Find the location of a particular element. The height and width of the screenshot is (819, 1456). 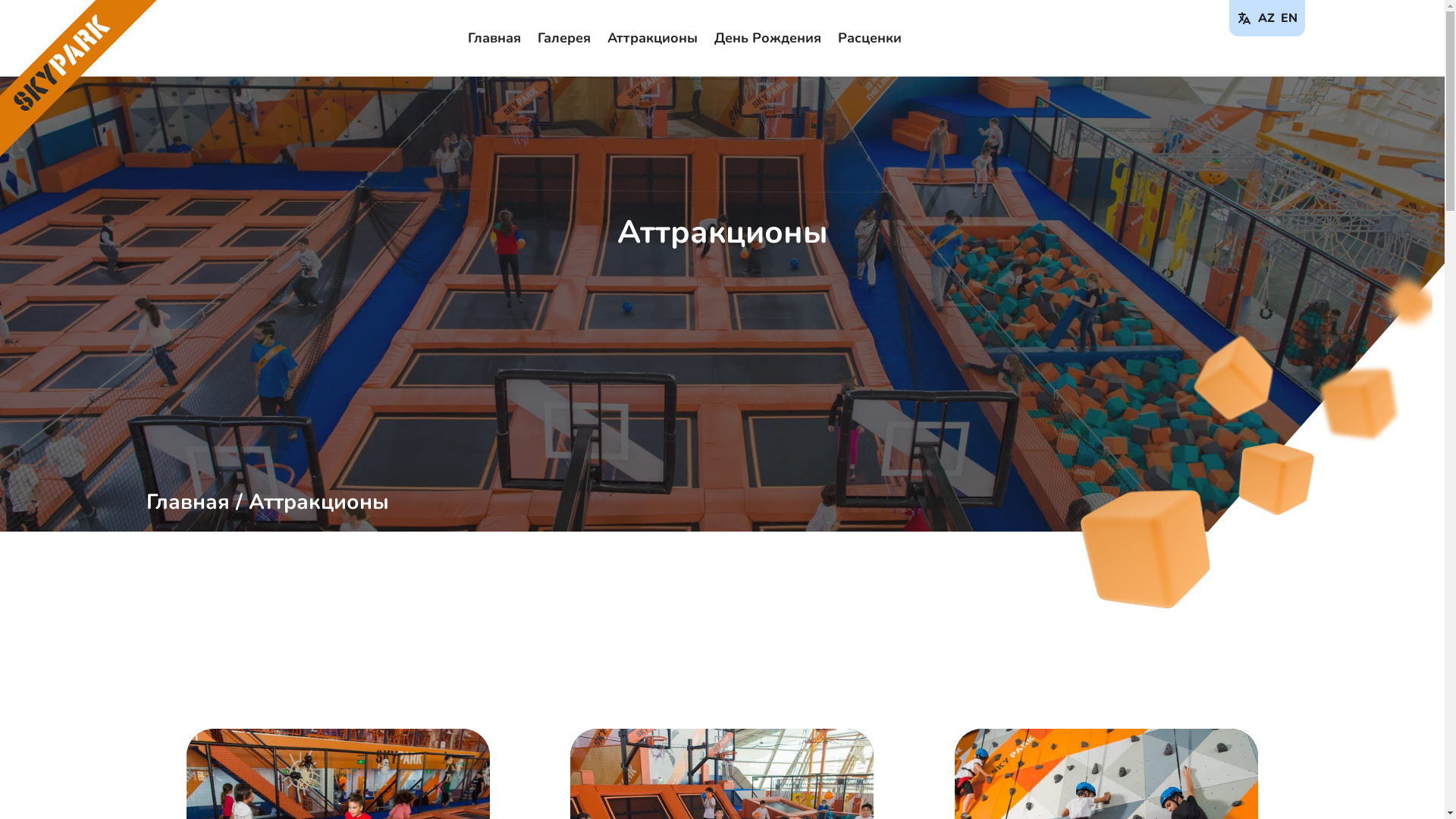

'EN' is located at coordinates (1288, 17).